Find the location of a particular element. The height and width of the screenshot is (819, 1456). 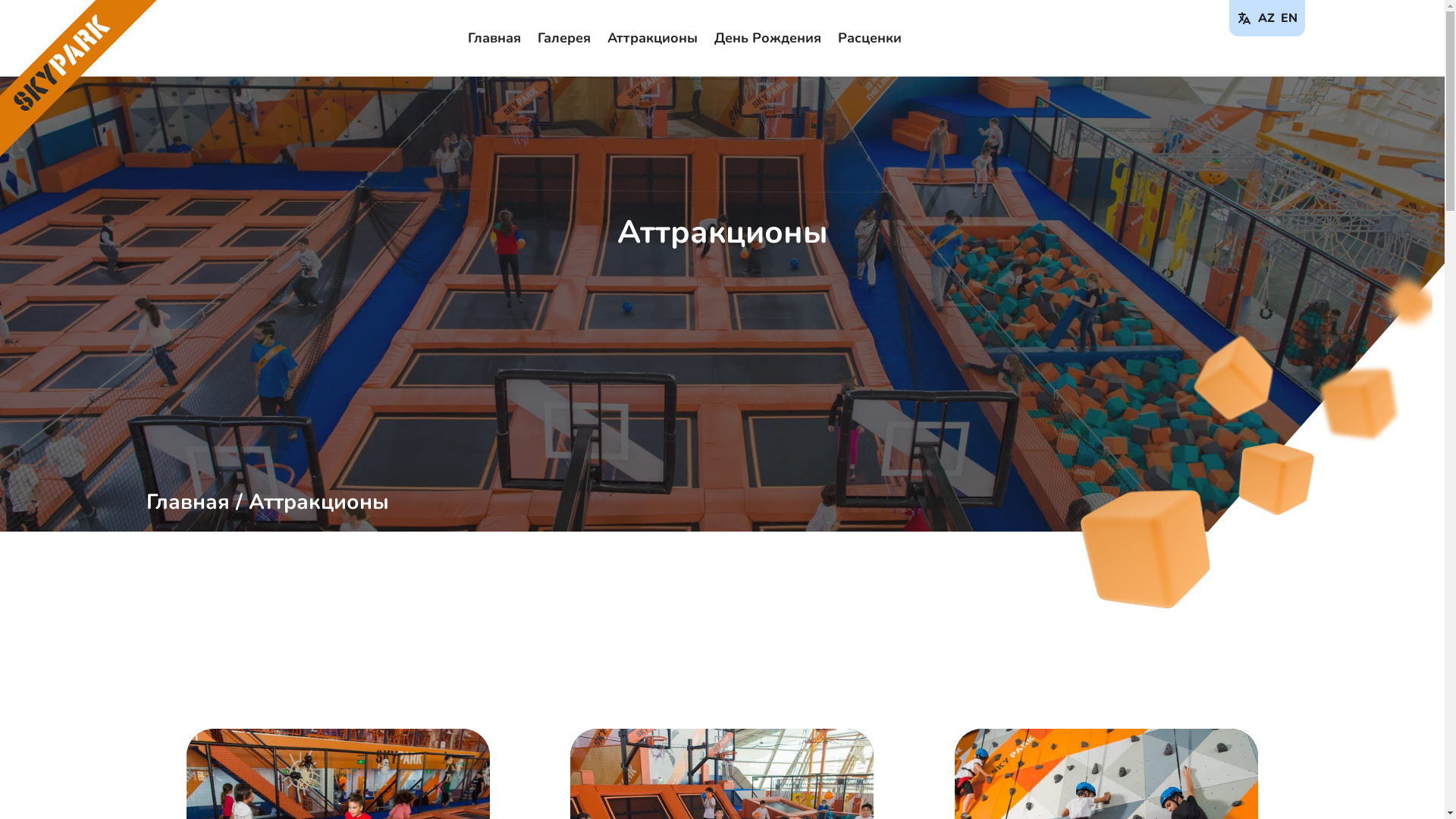

'EN' is located at coordinates (1288, 17).